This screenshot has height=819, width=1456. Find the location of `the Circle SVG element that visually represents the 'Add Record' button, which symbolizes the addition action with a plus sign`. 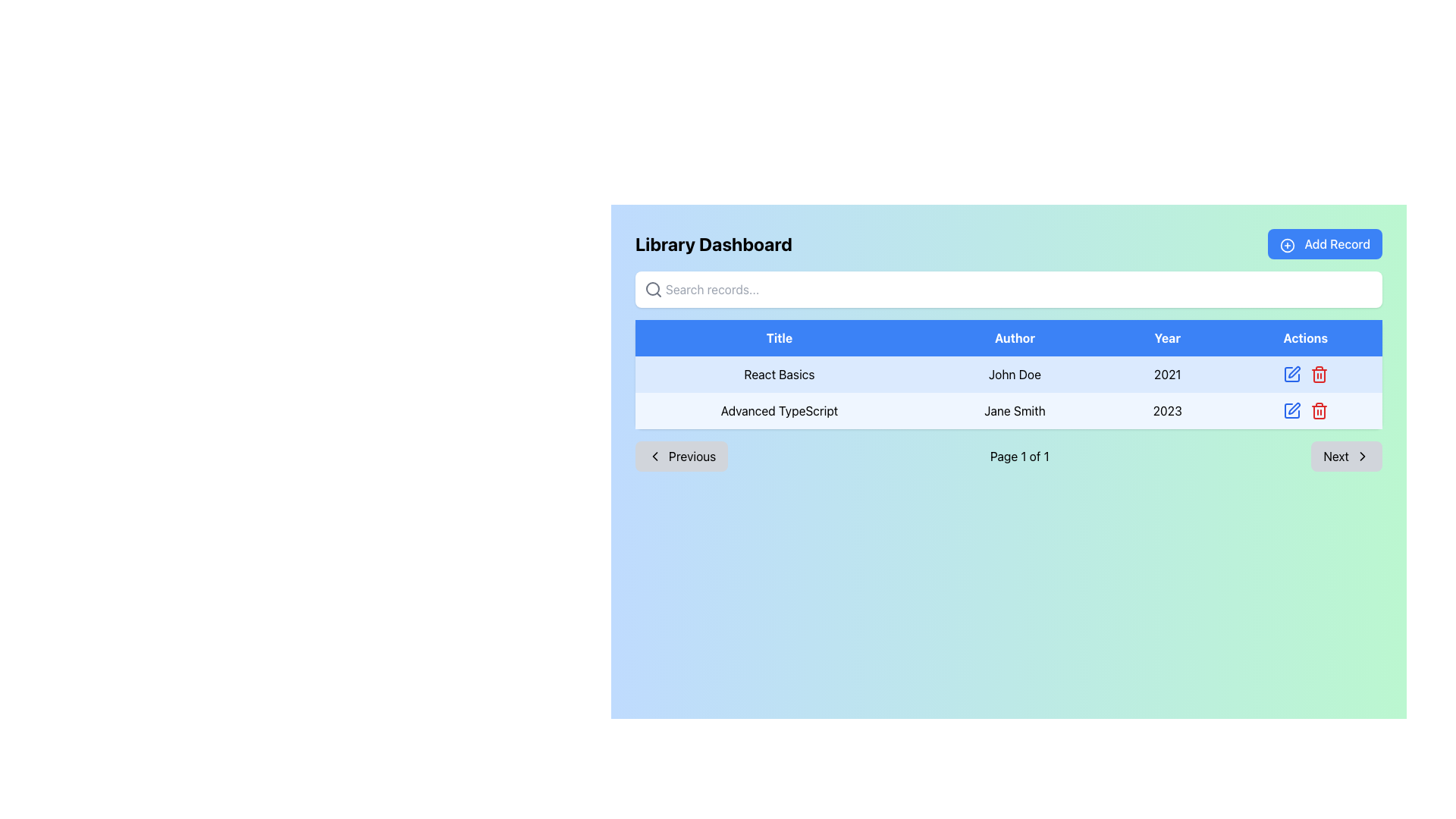

the Circle SVG element that visually represents the 'Add Record' button, which symbolizes the addition action with a plus sign is located at coordinates (1287, 244).